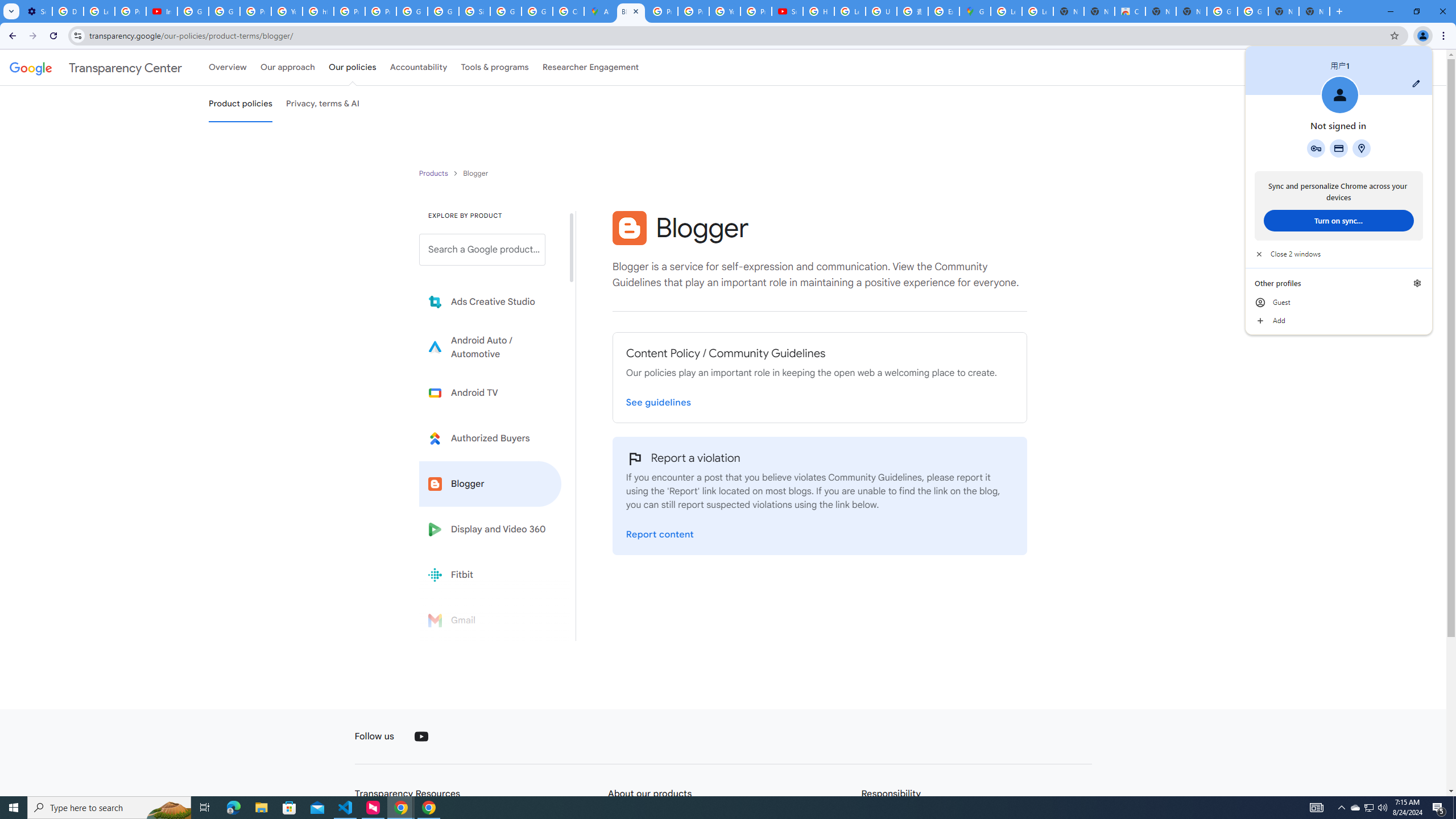  I want to click on 'Q2790: 100%', so click(1381, 806).